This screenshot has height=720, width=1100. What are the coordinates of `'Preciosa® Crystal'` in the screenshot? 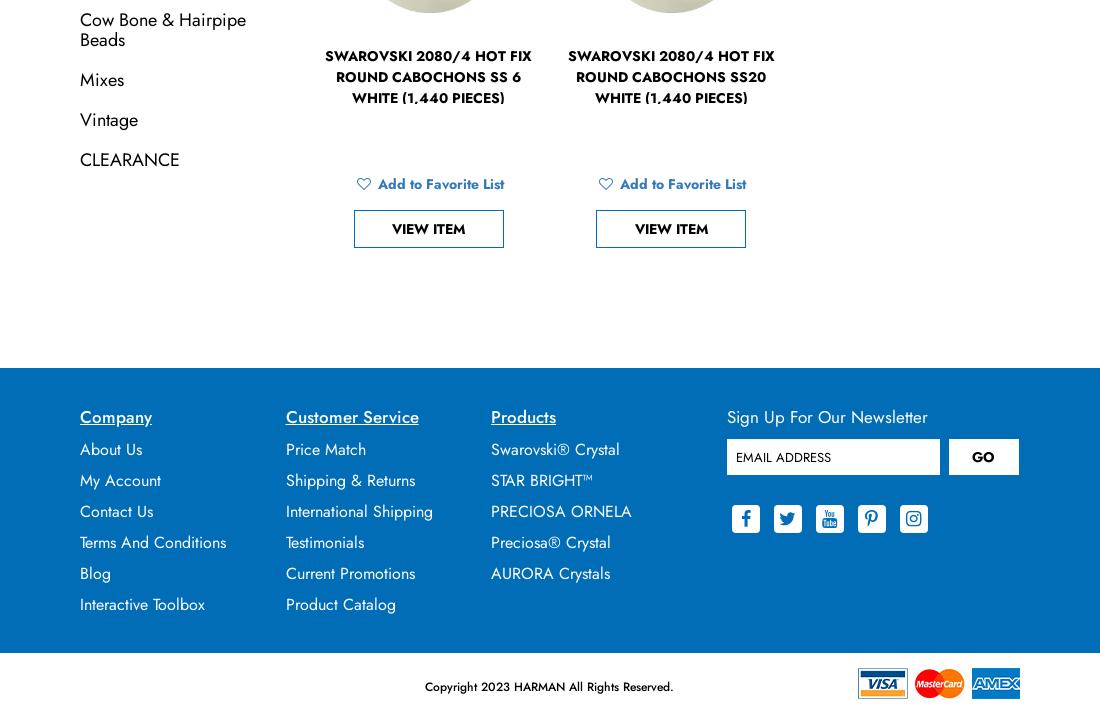 It's located at (550, 542).